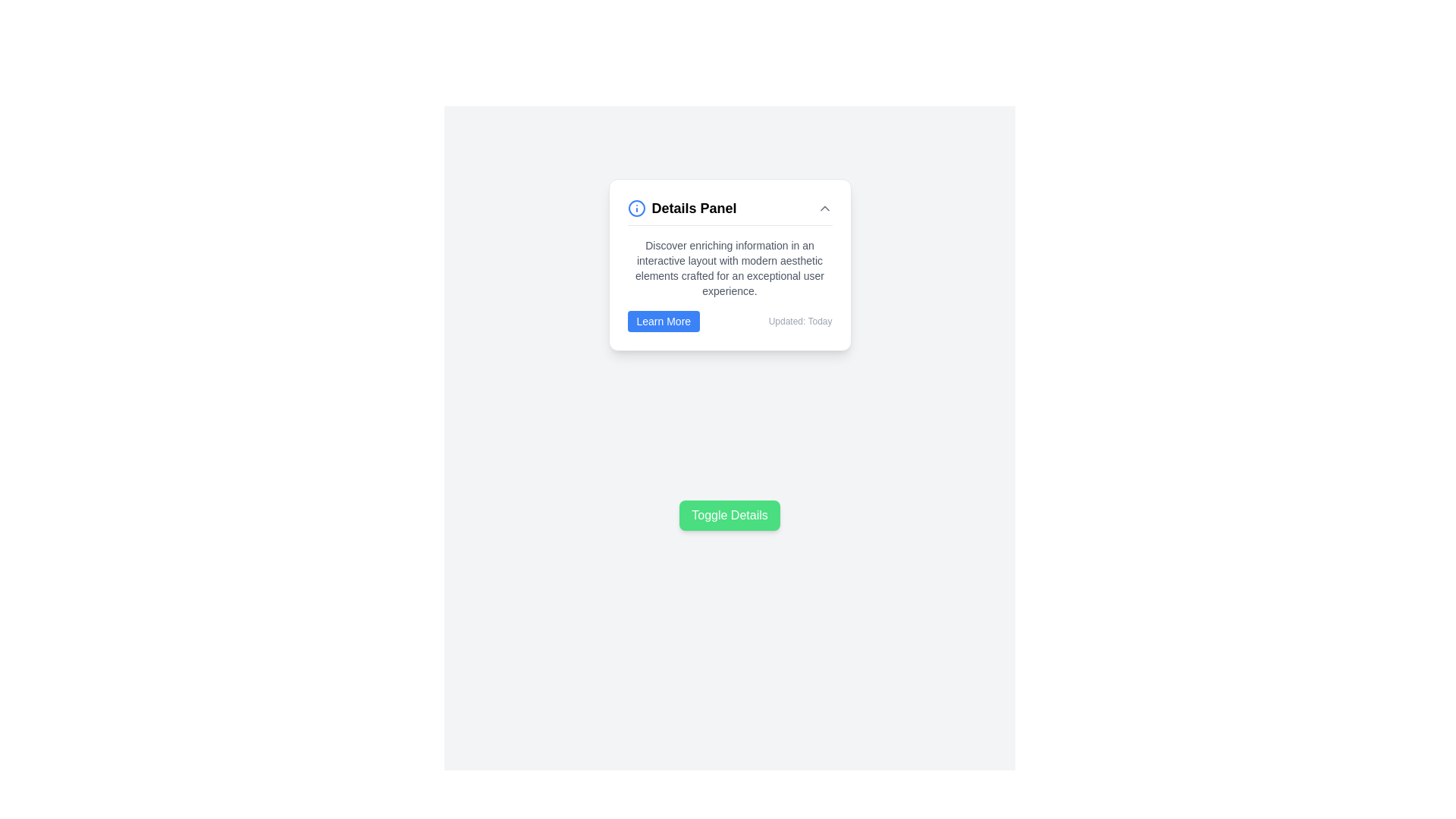 This screenshot has width=1456, height=819. Describe the element at coordinates (730, 268) in the screenshot. I see `the descriptive text in the 'Details Panel' that reads: 'Discover enriching information in an interactive layout with modern aesthetic elements crafted for an exceptional user experience.'` at that location.